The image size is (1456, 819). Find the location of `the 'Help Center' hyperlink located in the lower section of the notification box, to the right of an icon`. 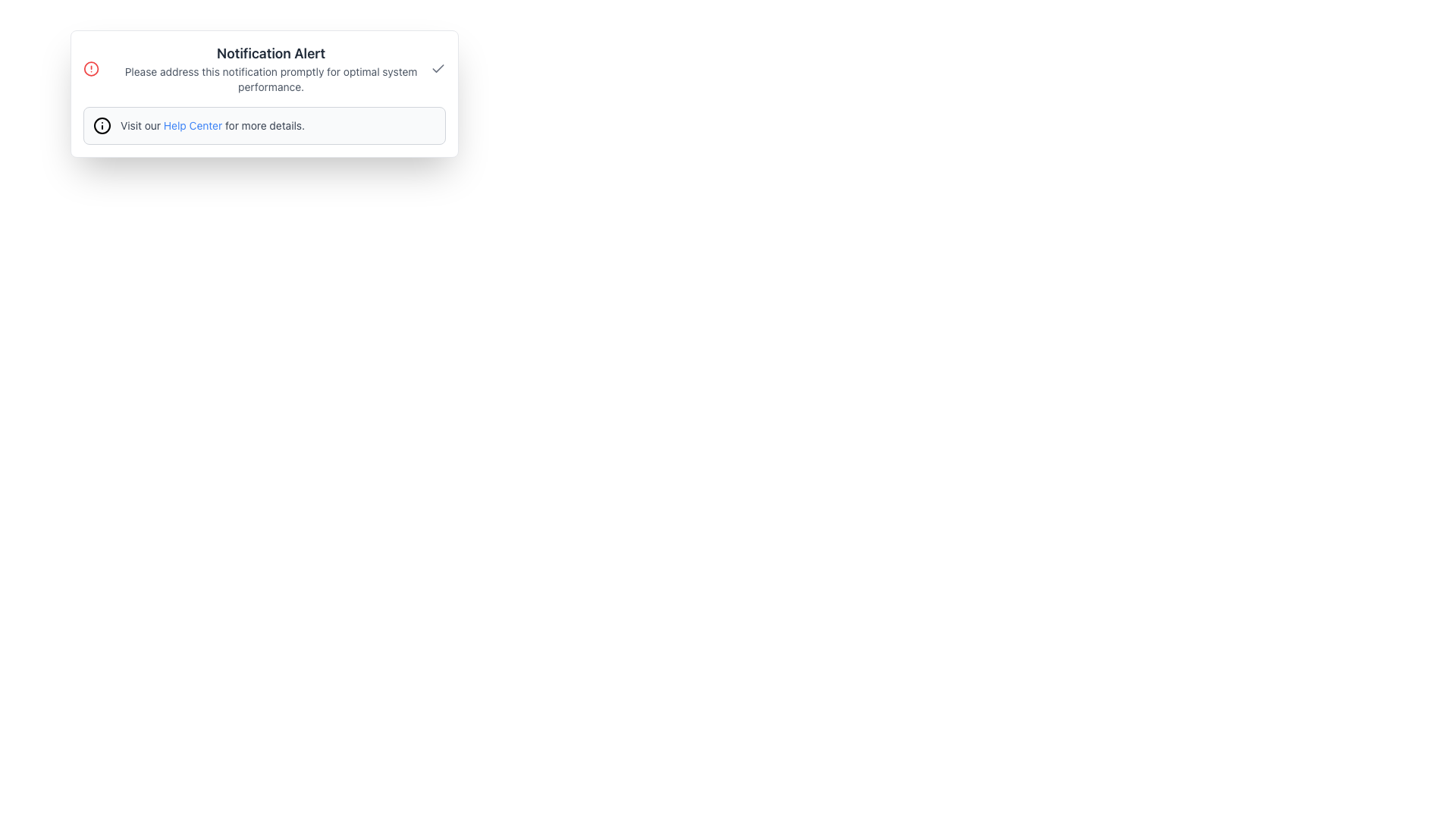

the 'Help Center' hyperlink located in the lower section of the notification box, to the right of an icon is located at coordinates (212, 124).